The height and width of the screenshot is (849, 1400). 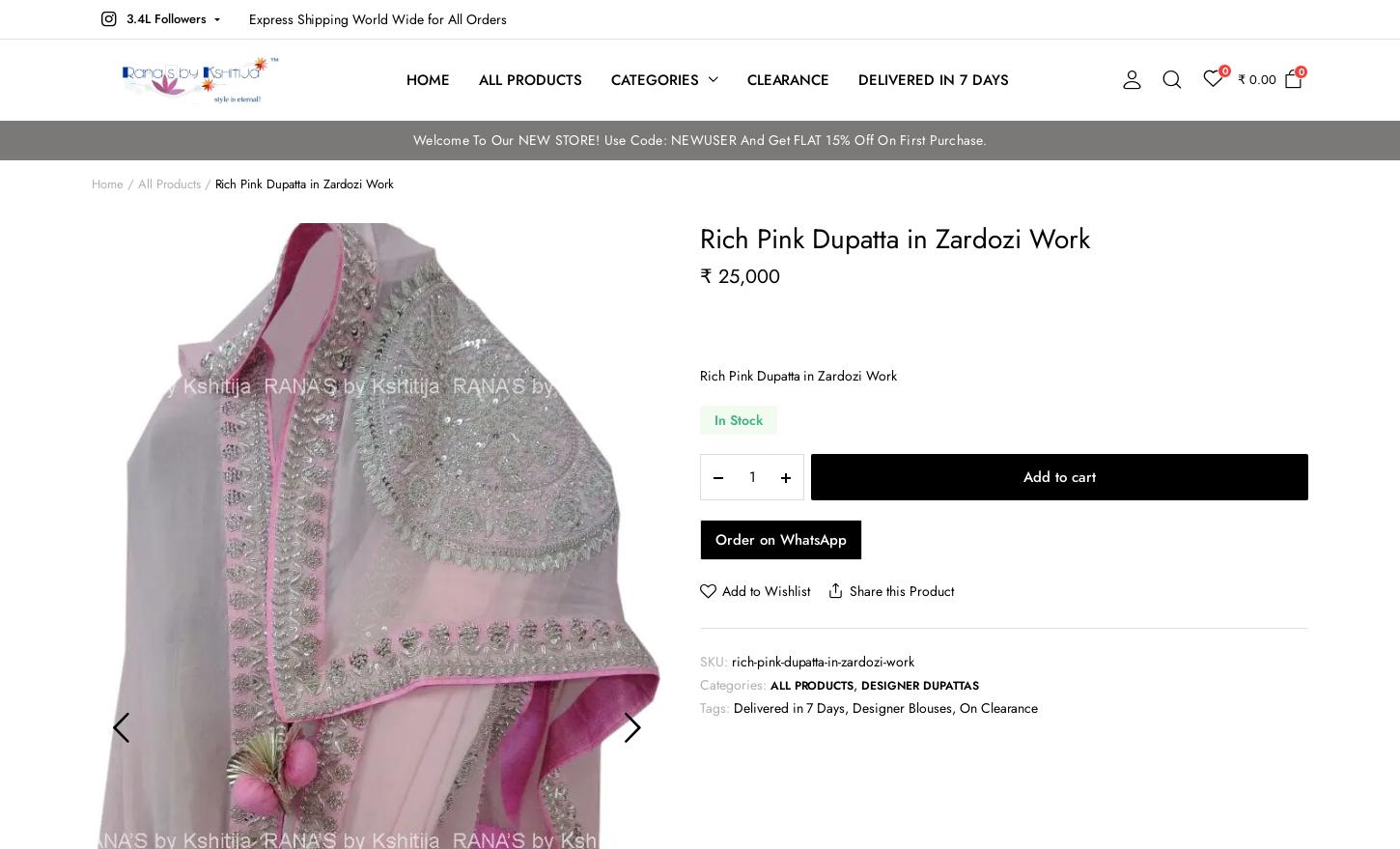 What do you see at coordinates (177, 200) in the screenshot?
I see `'What are you looking for?'` at bounding box center [177, 200].